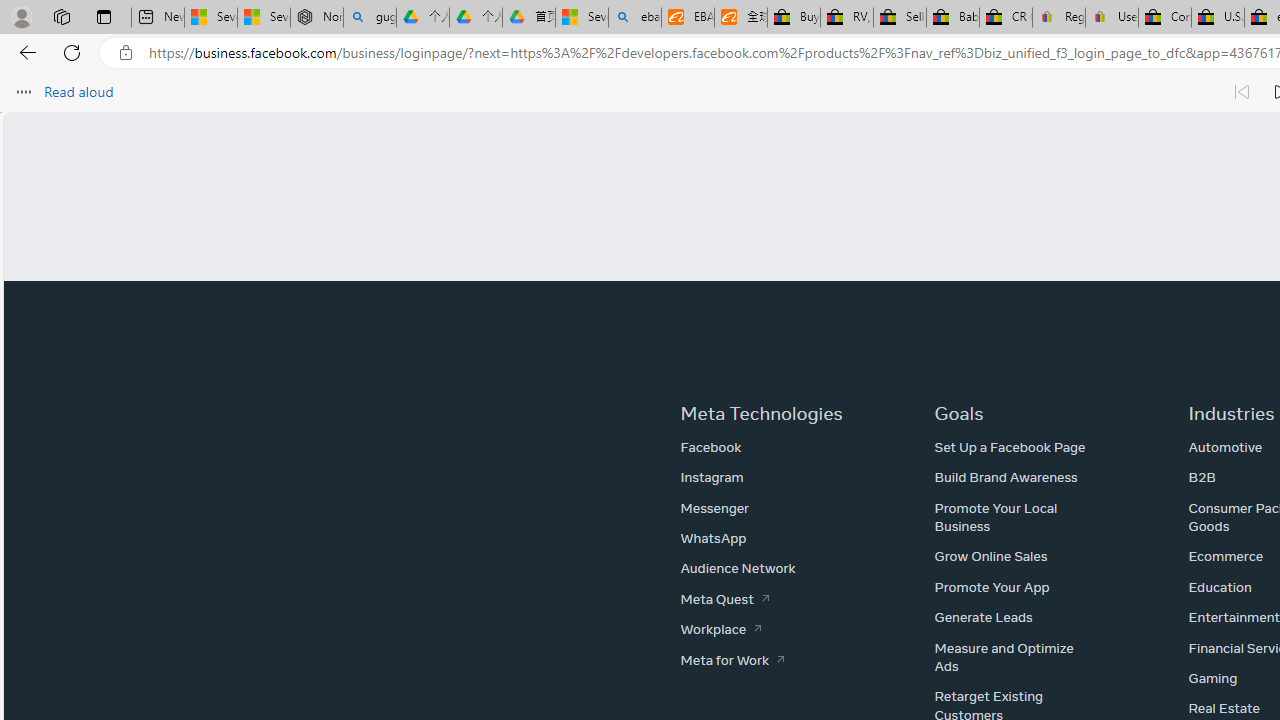 The width and height of the screenshot is (1280, 720). Describe the element at coordinates (714, 506) in the screenshot. I see `'Messenger'` at that location.